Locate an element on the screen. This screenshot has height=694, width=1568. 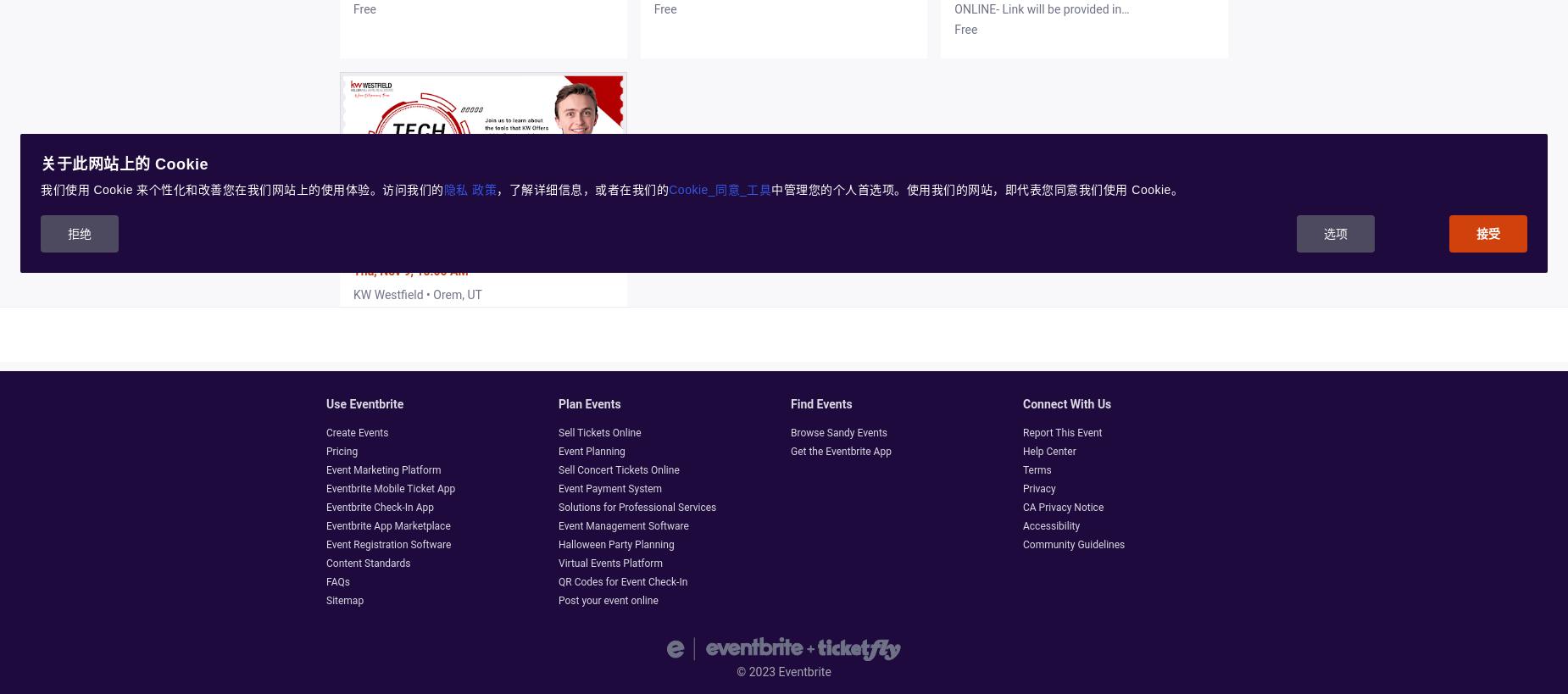
'Connect with us' is located at coordinates (1065, 403).